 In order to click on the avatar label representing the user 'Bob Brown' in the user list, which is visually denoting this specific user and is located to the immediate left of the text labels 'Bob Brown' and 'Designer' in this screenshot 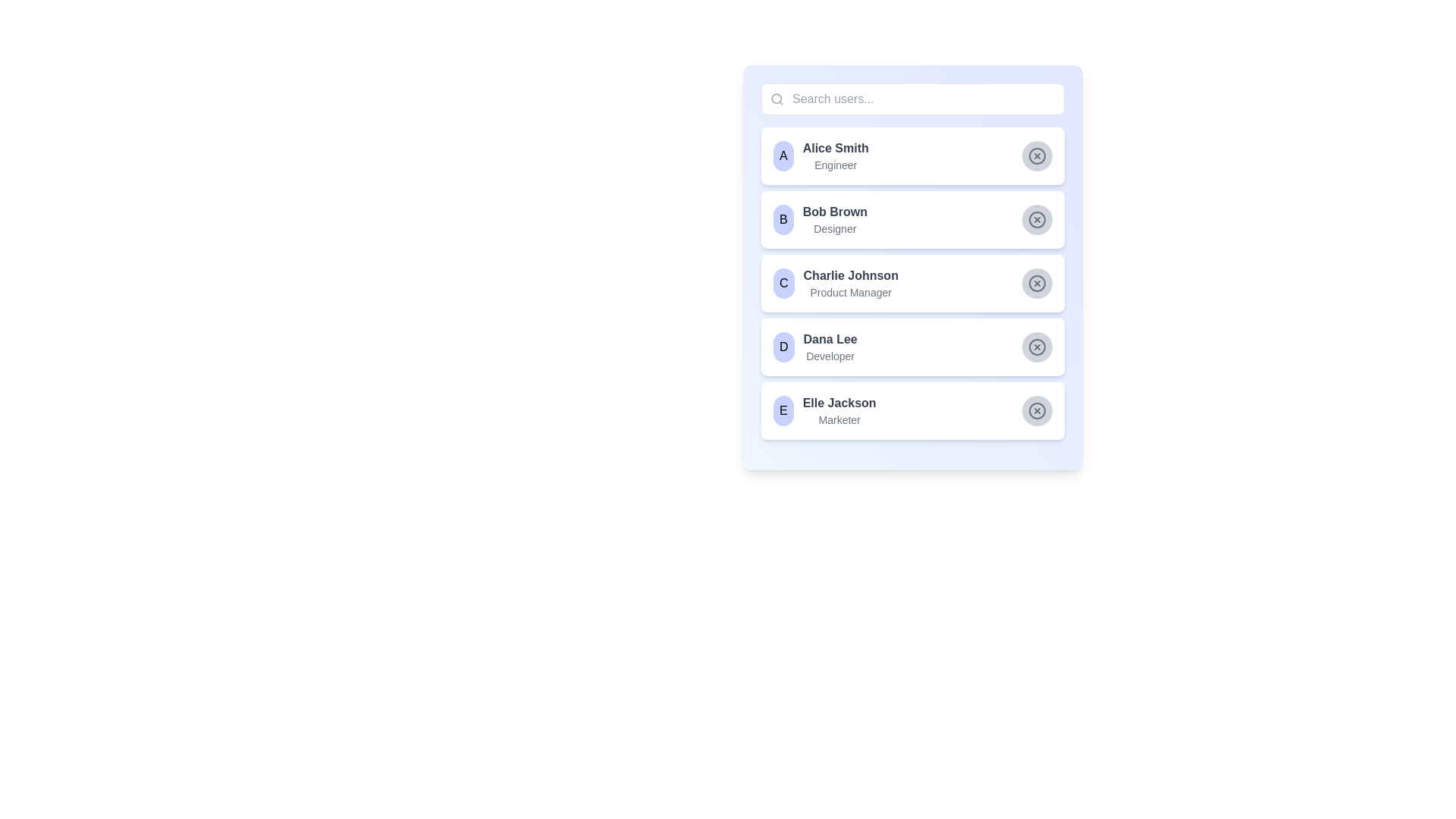, I will do `click(783, 219)`.